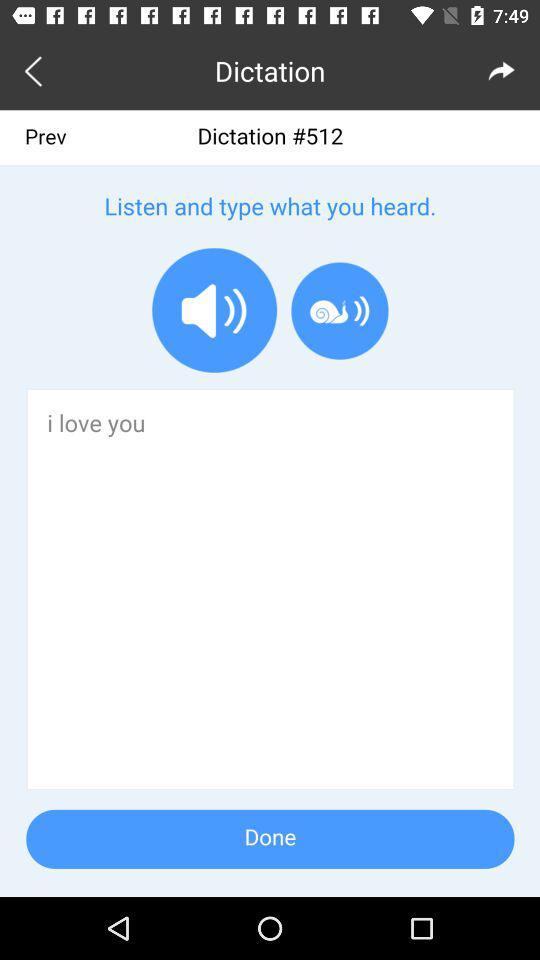  What do you see at coordinates (37, 70) in the screenshot?
I see `the arrow_backward icon` at bounding box center [37, 70].